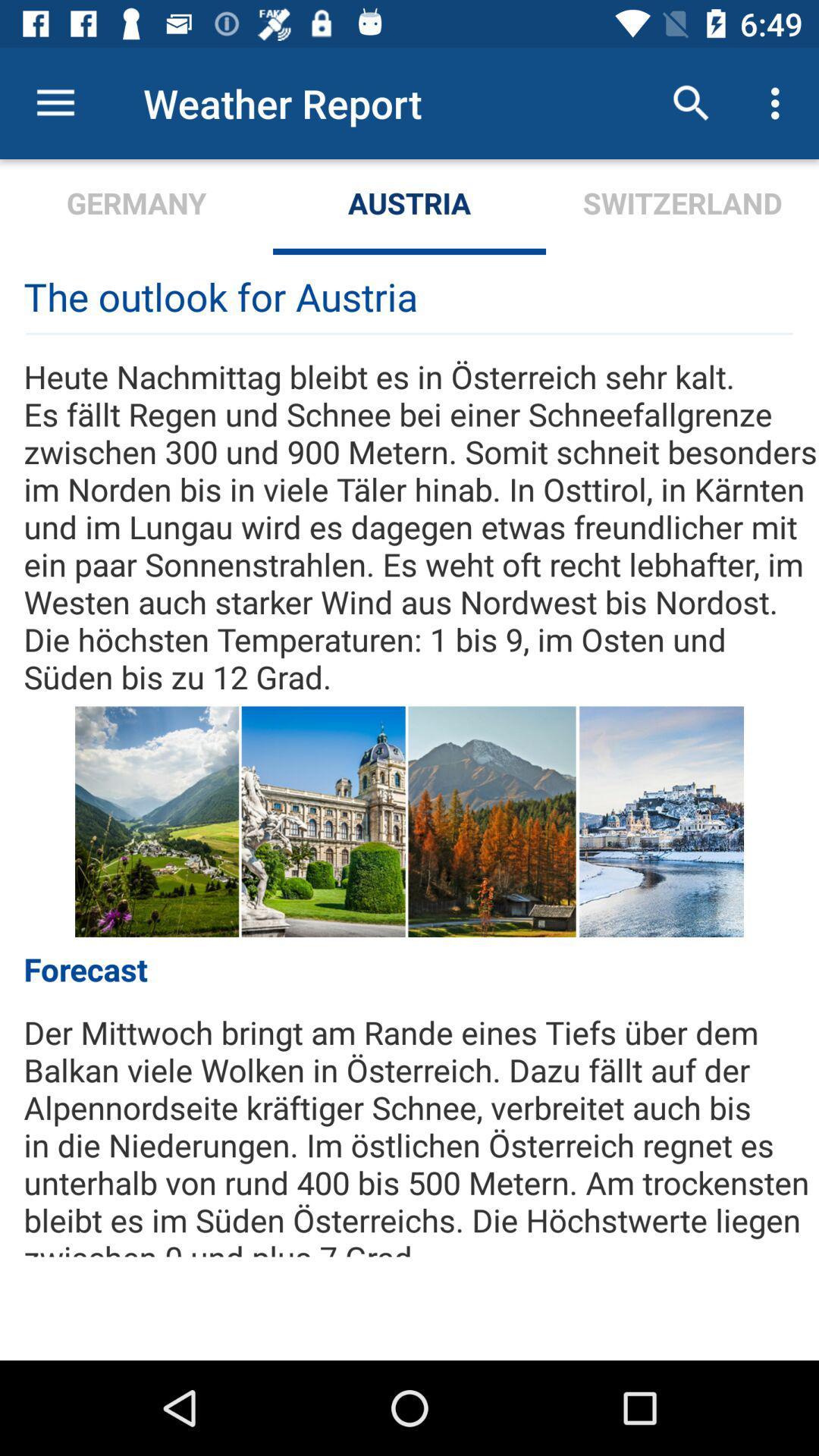  I want to click on item to the right of the austria item, so click(691, 102).